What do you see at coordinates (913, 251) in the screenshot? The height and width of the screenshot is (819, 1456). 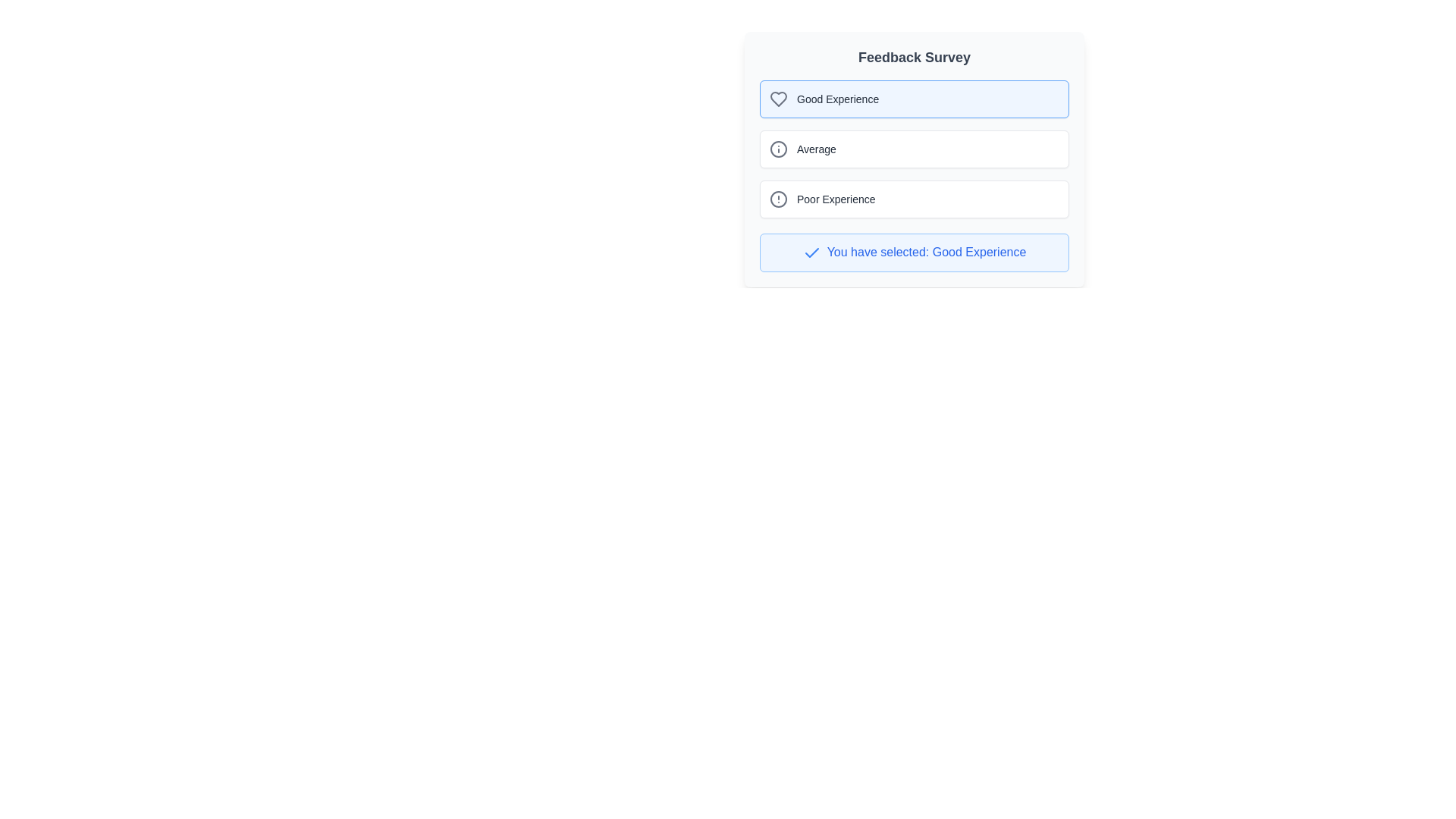 I see `confirmation message from the Notification box indicating the user's selection of 'Good Experience', located at the bottom of the Feedback Survey component` at bounding box center [913, 251].